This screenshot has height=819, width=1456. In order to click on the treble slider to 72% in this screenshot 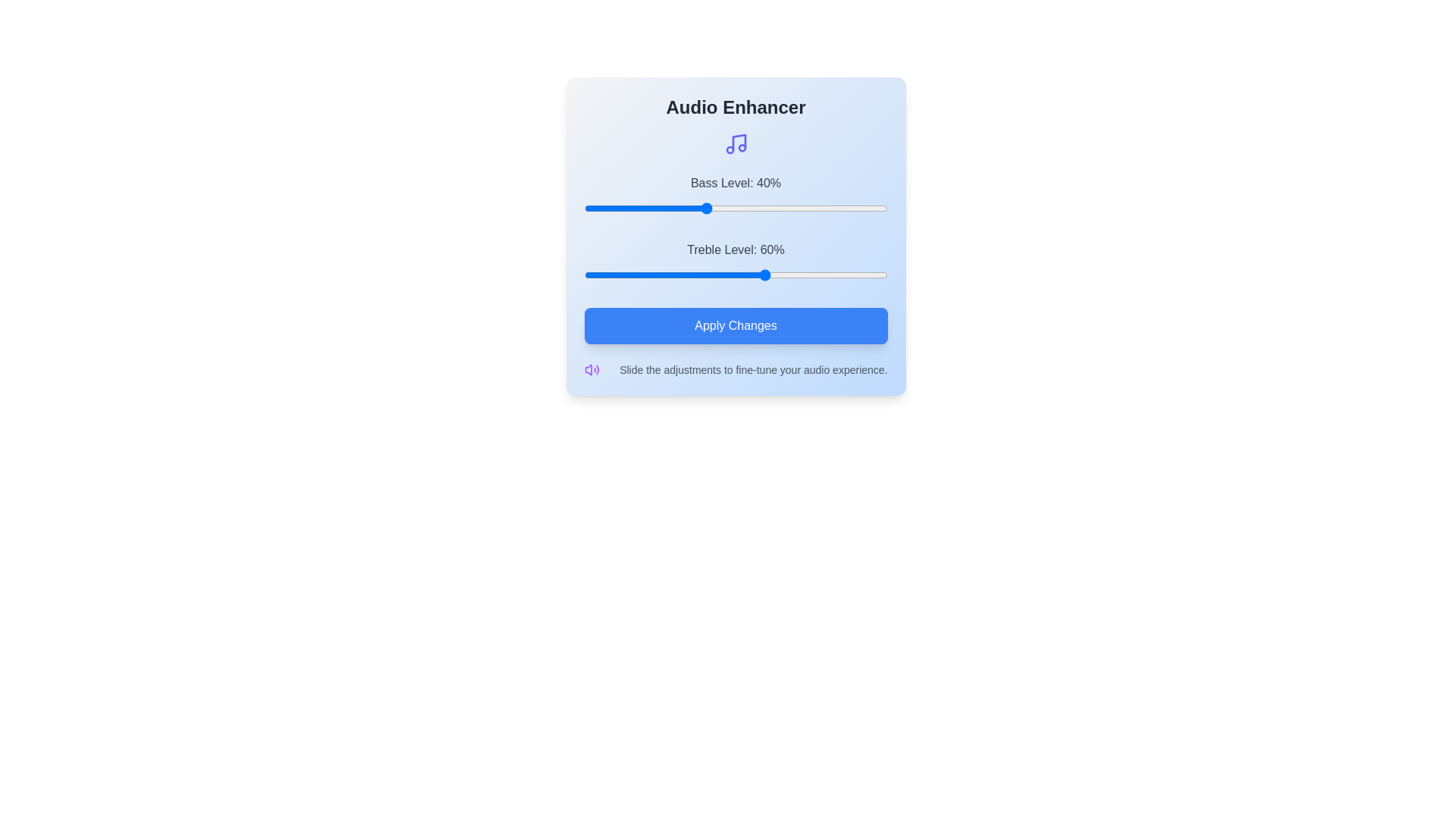, I will do `click(802, 275)`.